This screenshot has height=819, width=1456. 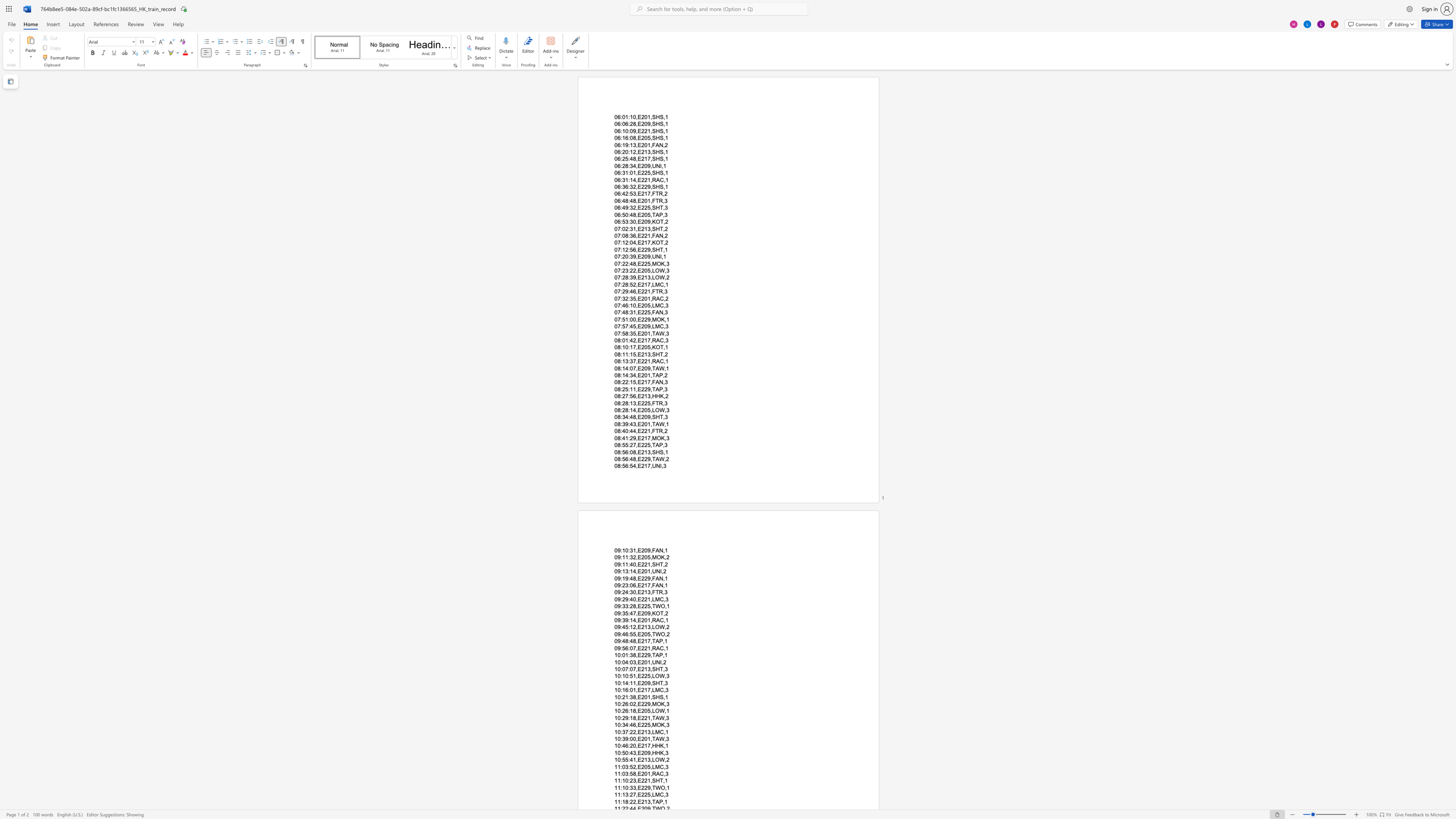 I want to click on the subset text ",E225,TAP,3" within the text "08:55:27,E225,TAP,3", so click(x=635, y=445).